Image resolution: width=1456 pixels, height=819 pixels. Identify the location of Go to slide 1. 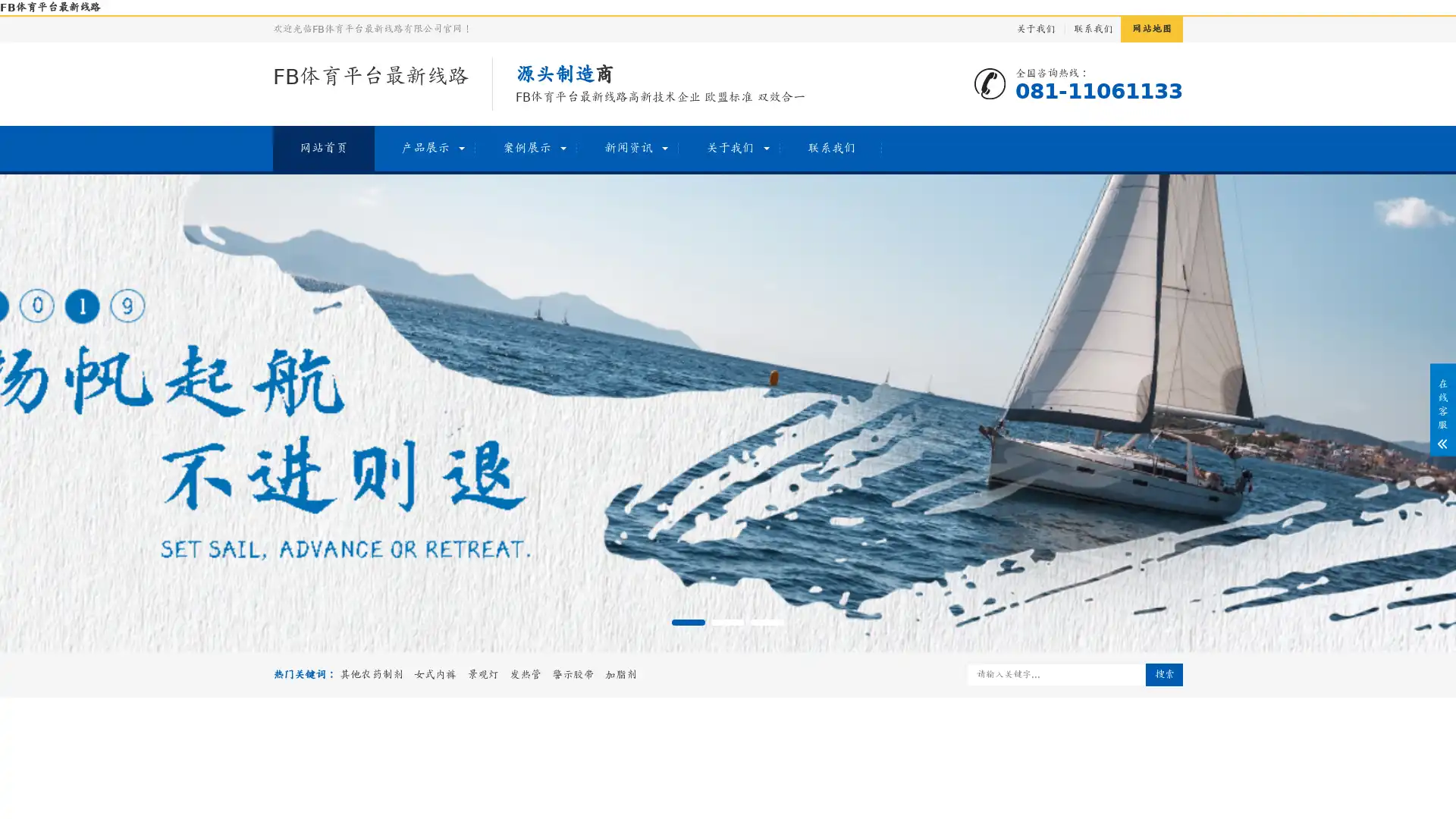
(687, 623).